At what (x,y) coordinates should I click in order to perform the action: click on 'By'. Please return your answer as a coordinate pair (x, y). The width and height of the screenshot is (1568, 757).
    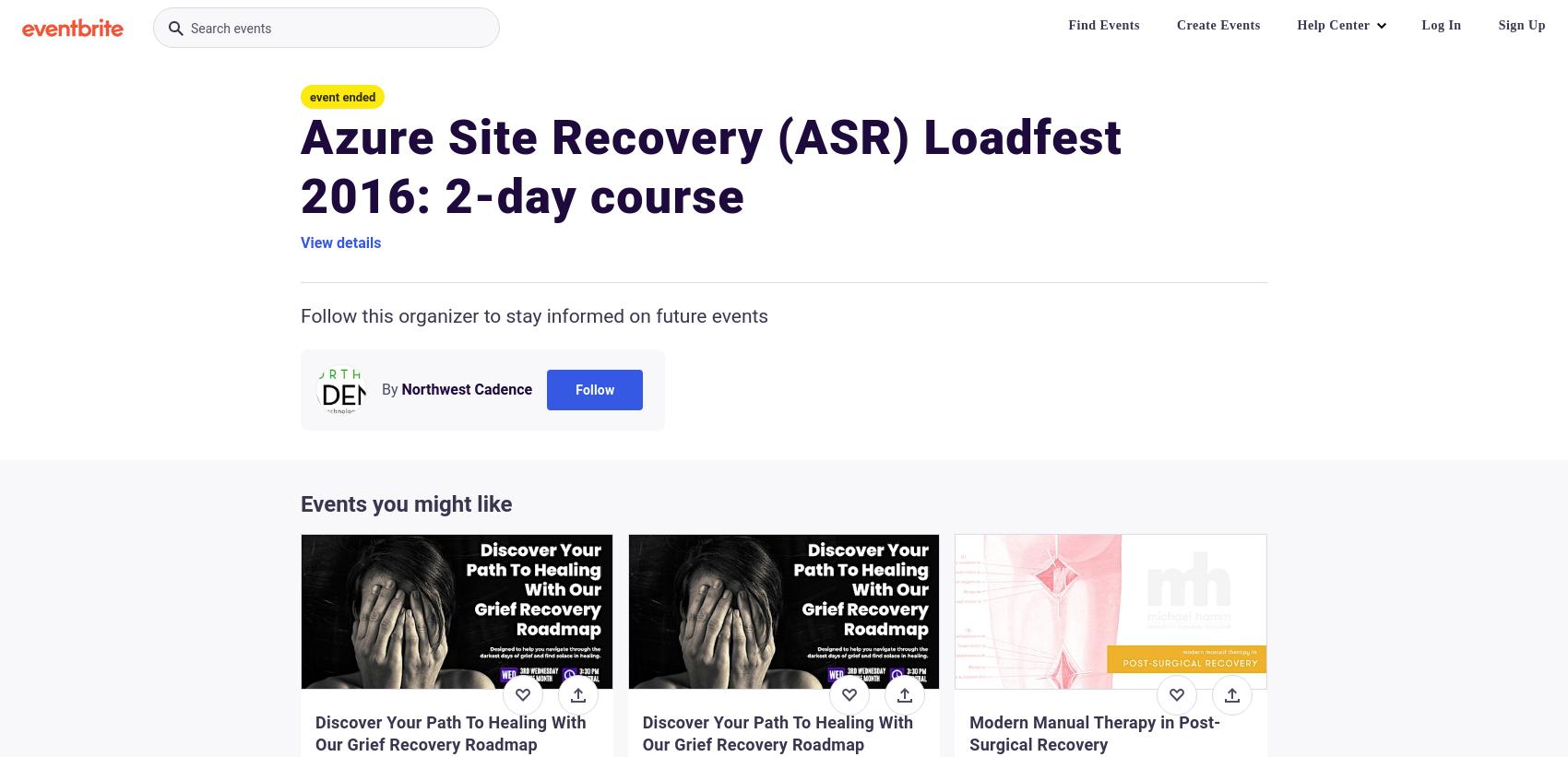
    Looking at the image, I should click on (388, 389).